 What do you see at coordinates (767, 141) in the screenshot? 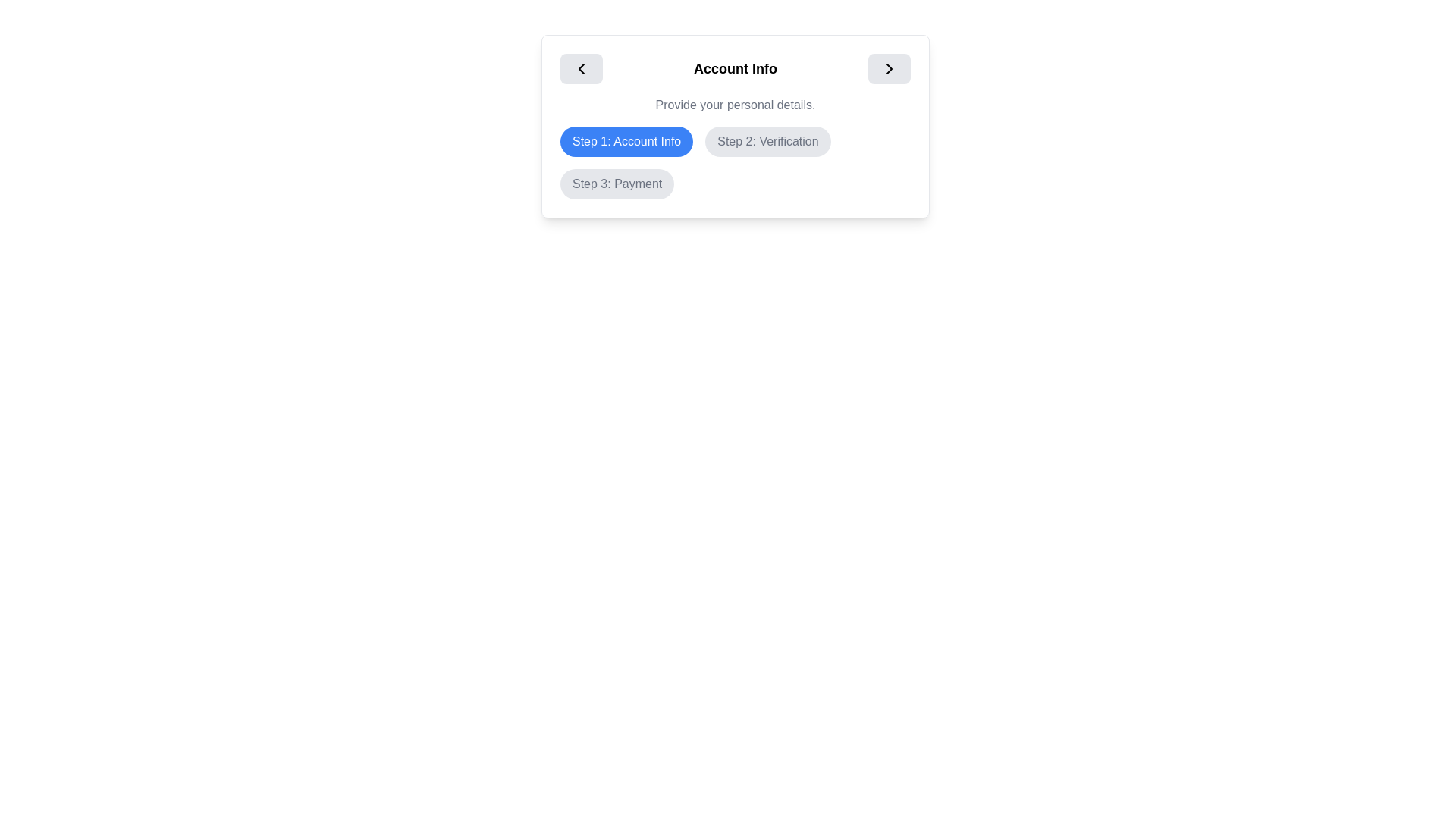
I see `the step indicator button that visually indicates the second step in the multi-step process` at bounding box center [767, 141].